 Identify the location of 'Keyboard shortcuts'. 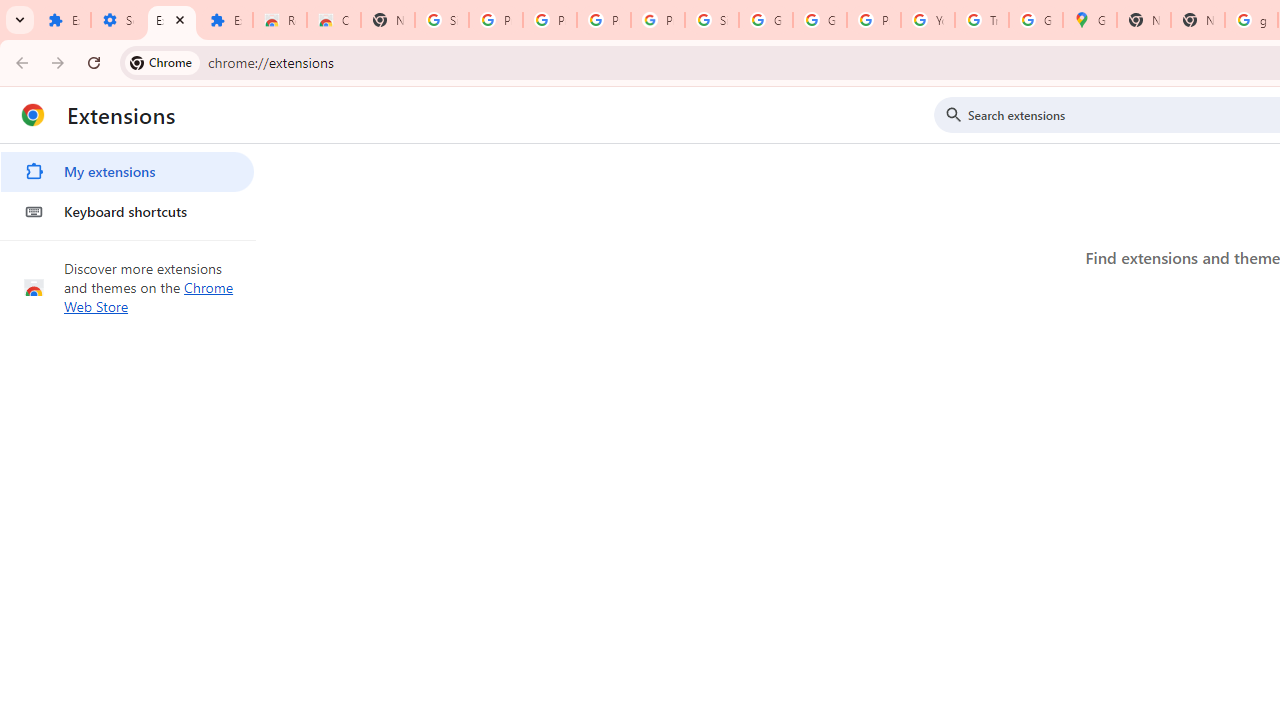
(126, 212).